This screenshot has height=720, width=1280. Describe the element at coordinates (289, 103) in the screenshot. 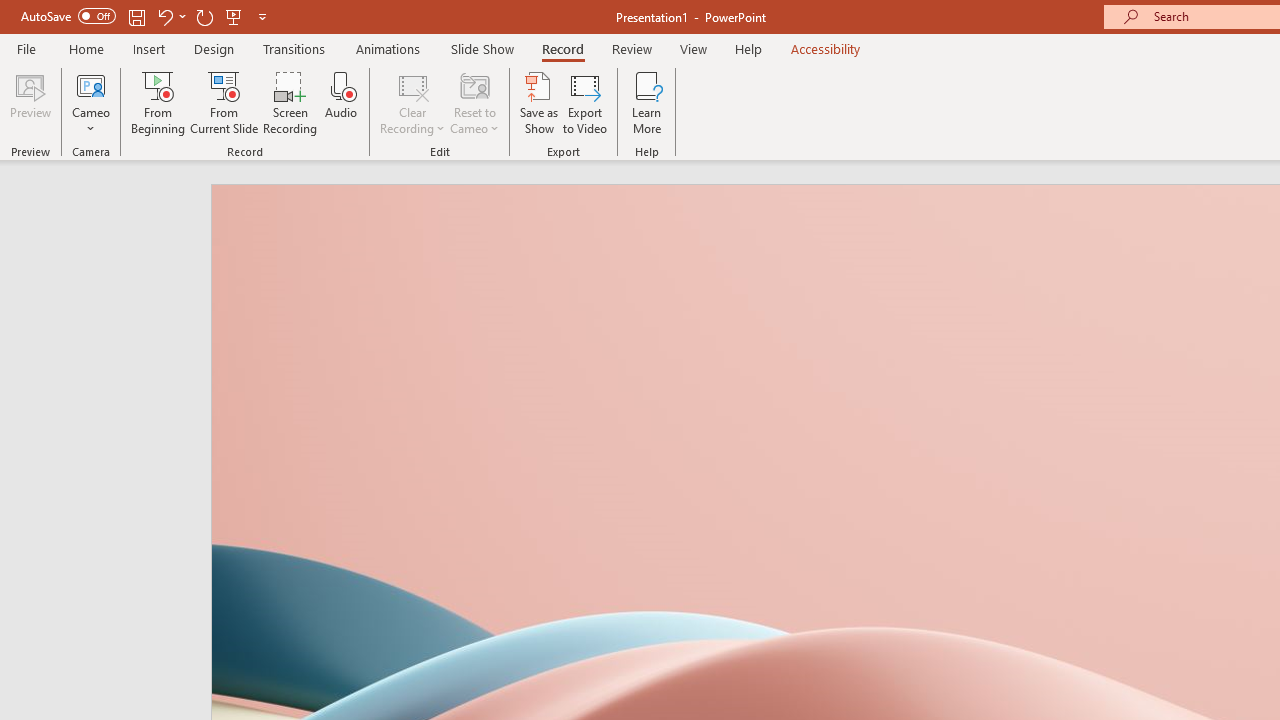

I see `'Screen Recording'` at that location.